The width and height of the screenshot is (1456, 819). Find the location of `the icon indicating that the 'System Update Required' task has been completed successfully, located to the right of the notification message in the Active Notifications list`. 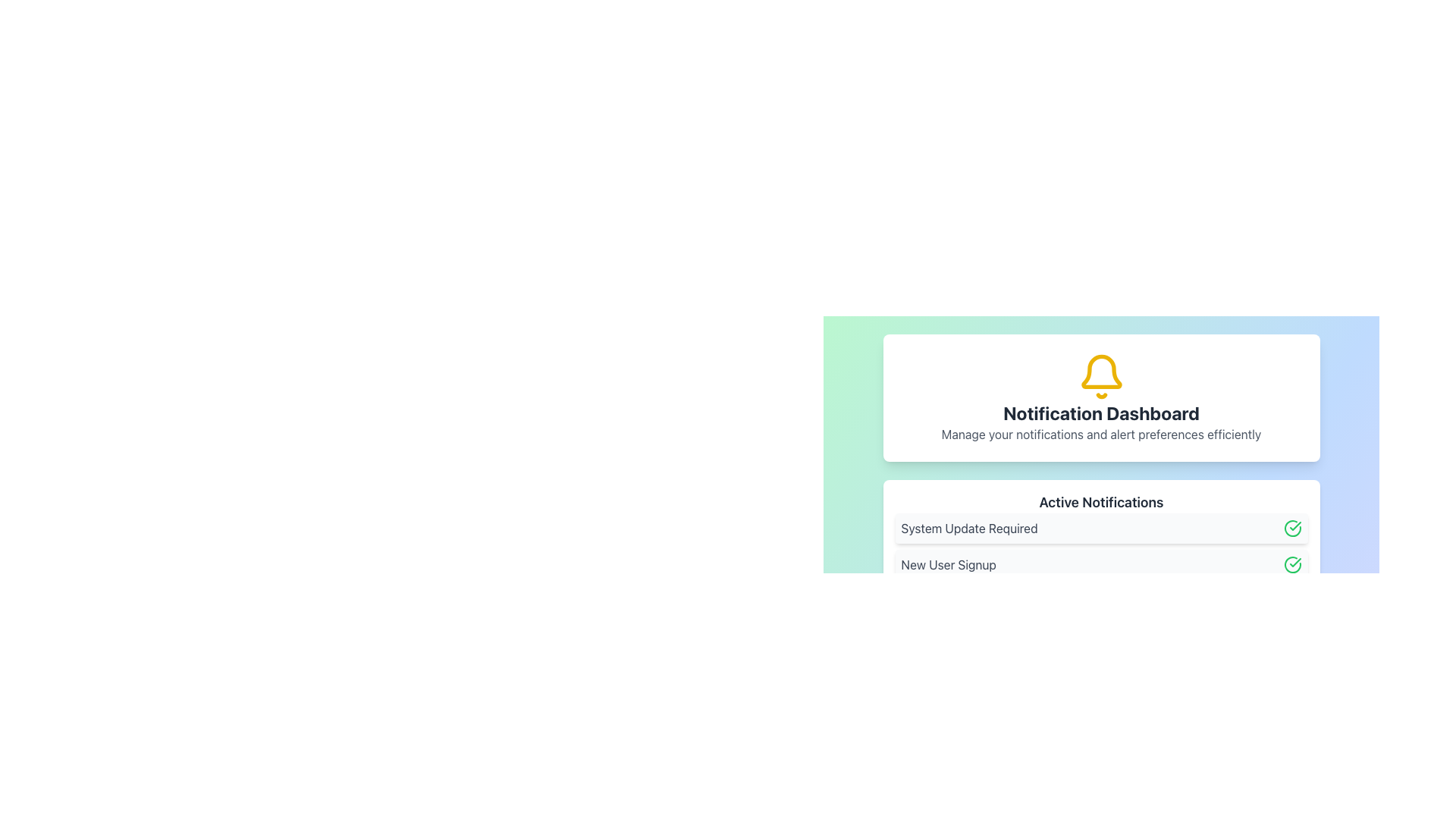

the icon indicating that the 'System Update Required' task has been completed successfully, located to the right of the notification message in the Active Notifications list is located at coordinates (1294, 562).